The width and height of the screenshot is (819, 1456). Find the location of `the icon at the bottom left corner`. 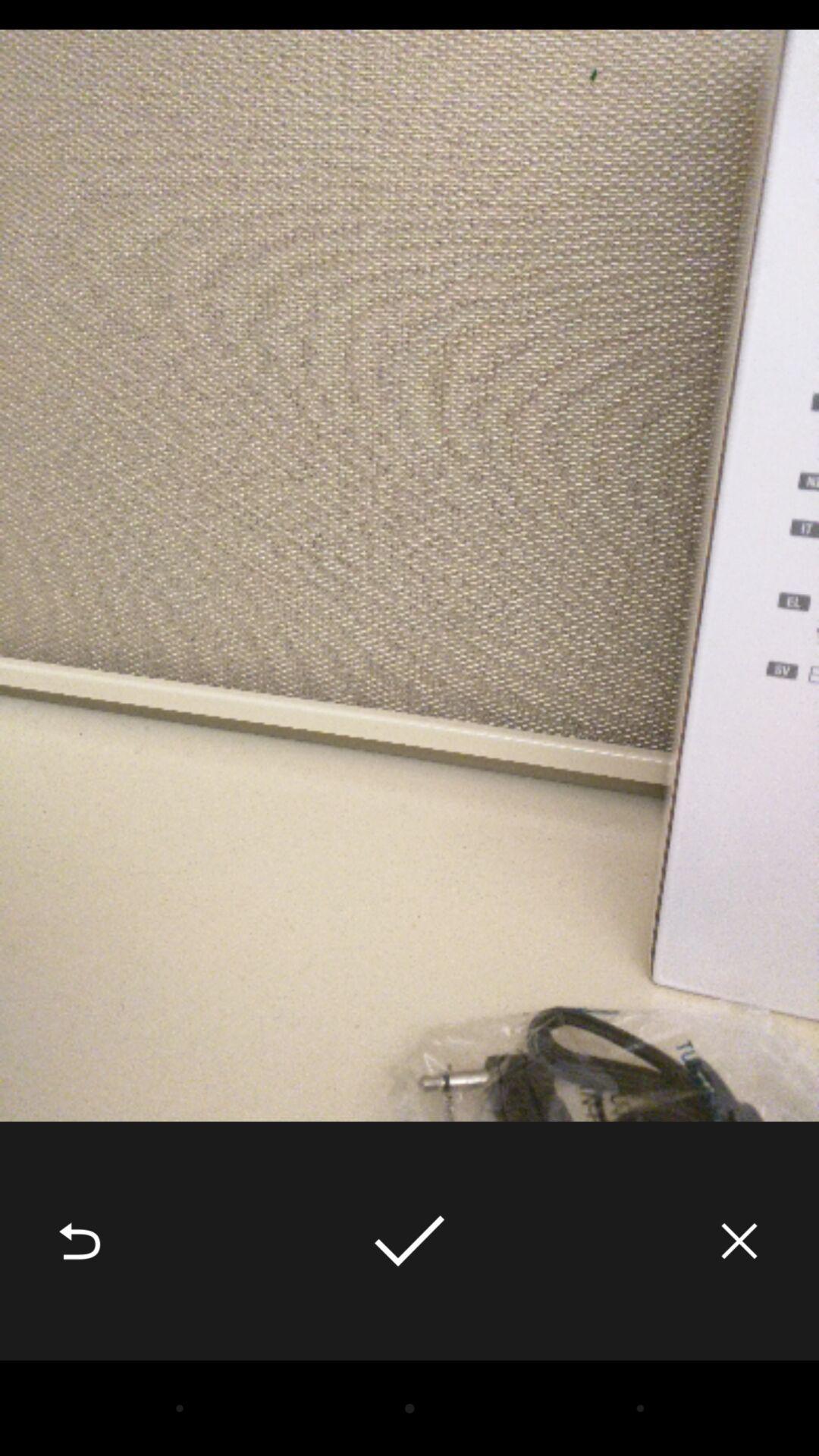

the icon at the bottom left corner is located at coordinates (79, 1241).